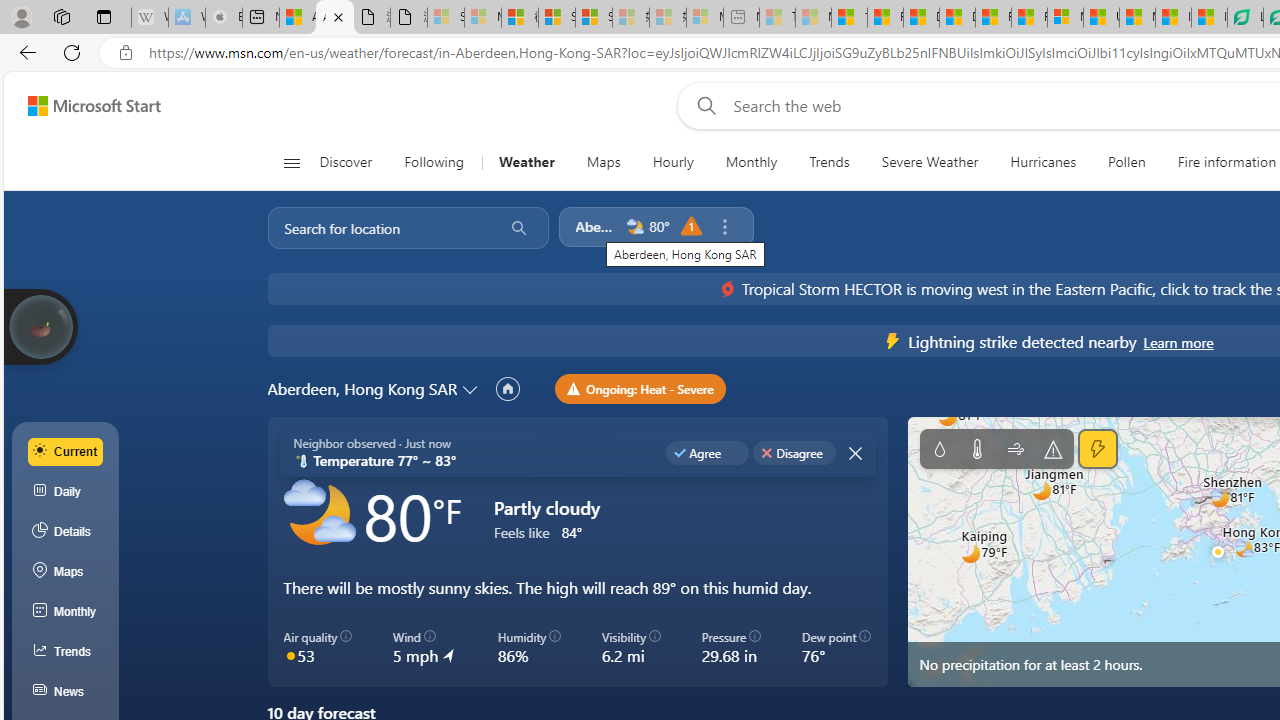 The image size is (1280, 720). I want to click on 'Class: aqiColorCycle-DS-EntryPoint1-1', so click(289, 654).